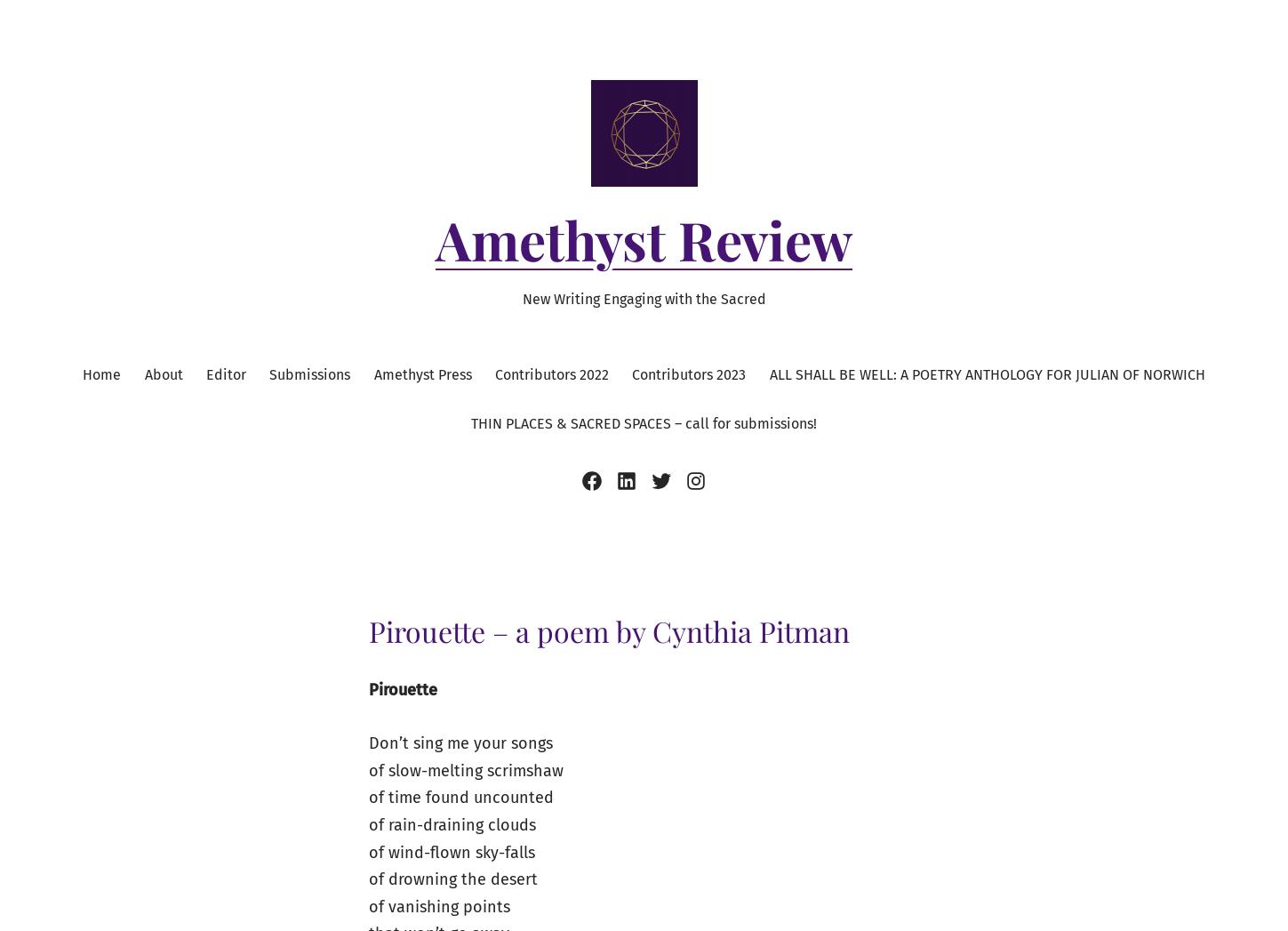  I want to click on 'of drowning the desert', so click(452, 878).